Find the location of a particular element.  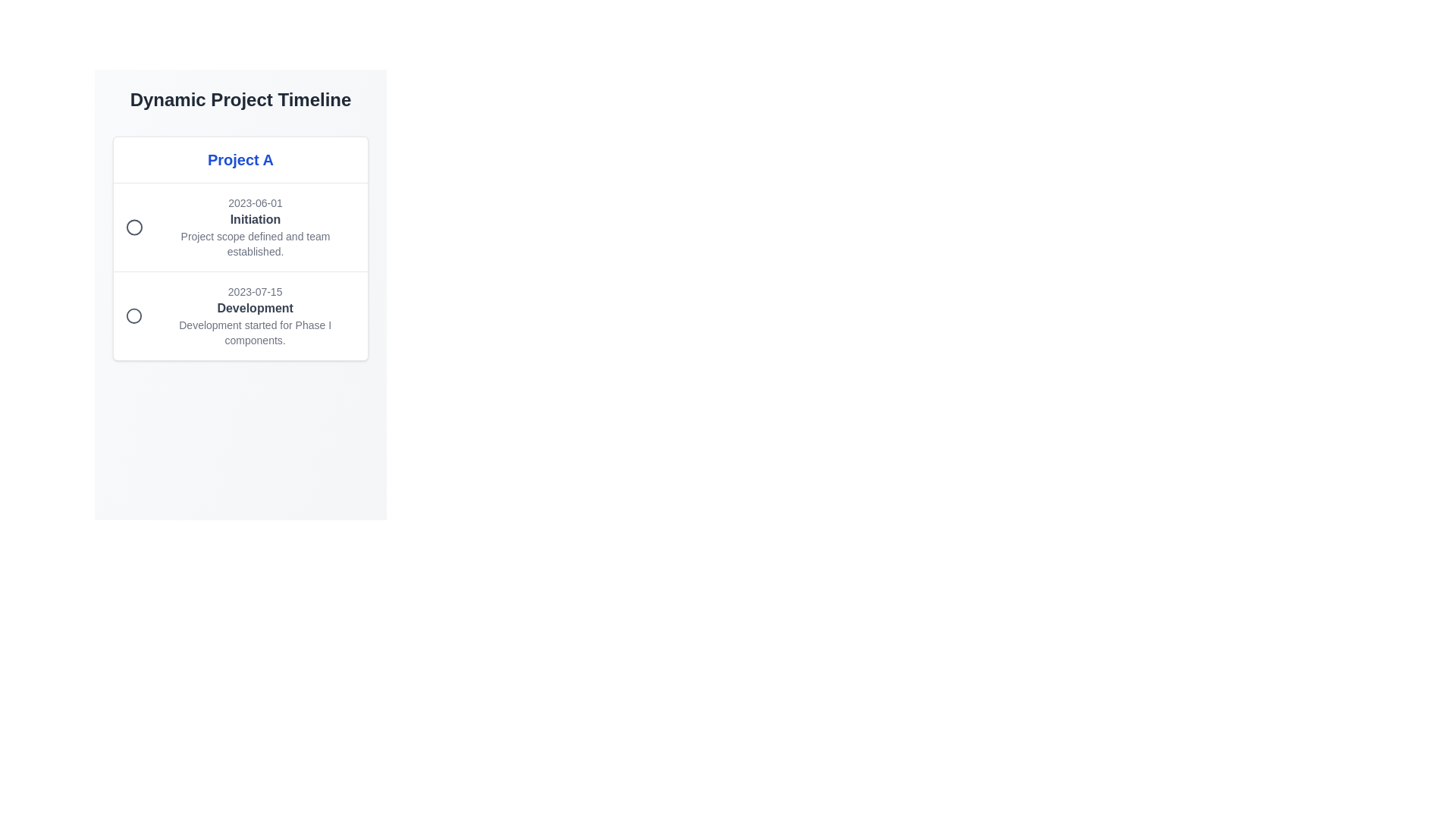

the SVG circle that serves as a graphical marker in the timeline for the '2023-06-01 Initiation' milestone under 'Project A' is located at coordinates (134, 315).